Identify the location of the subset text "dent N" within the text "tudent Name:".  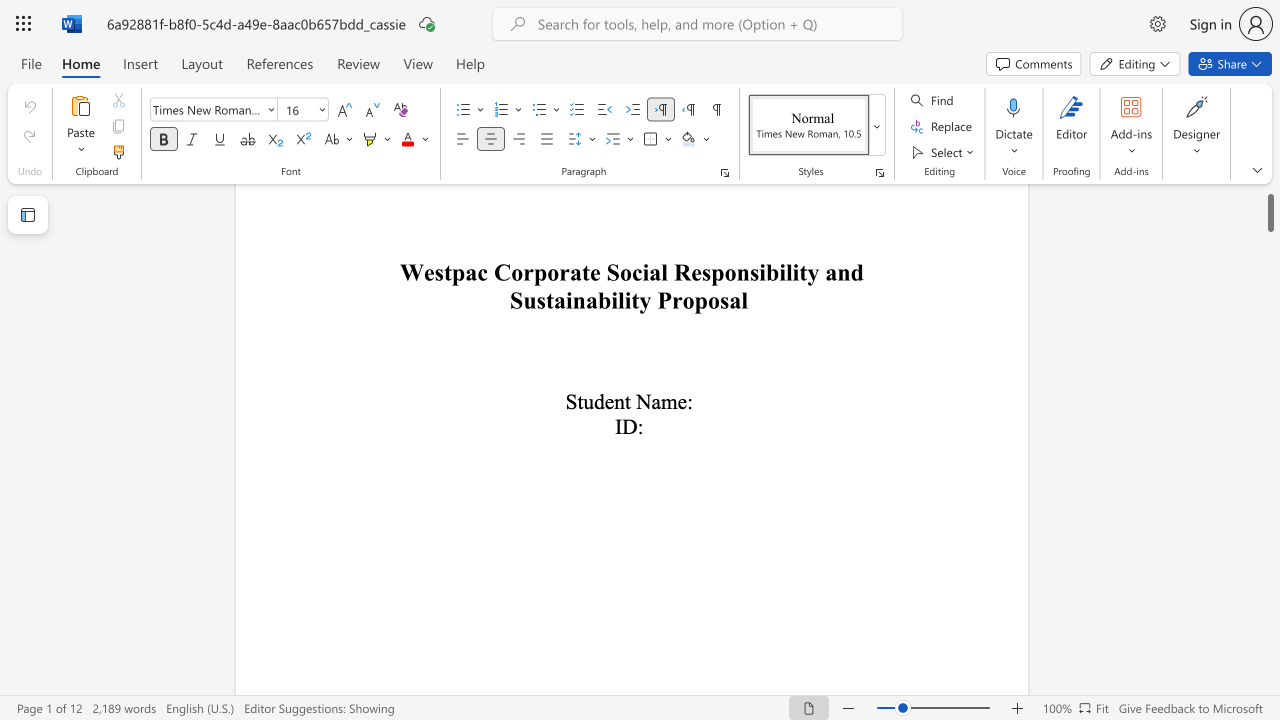
(593, 401).